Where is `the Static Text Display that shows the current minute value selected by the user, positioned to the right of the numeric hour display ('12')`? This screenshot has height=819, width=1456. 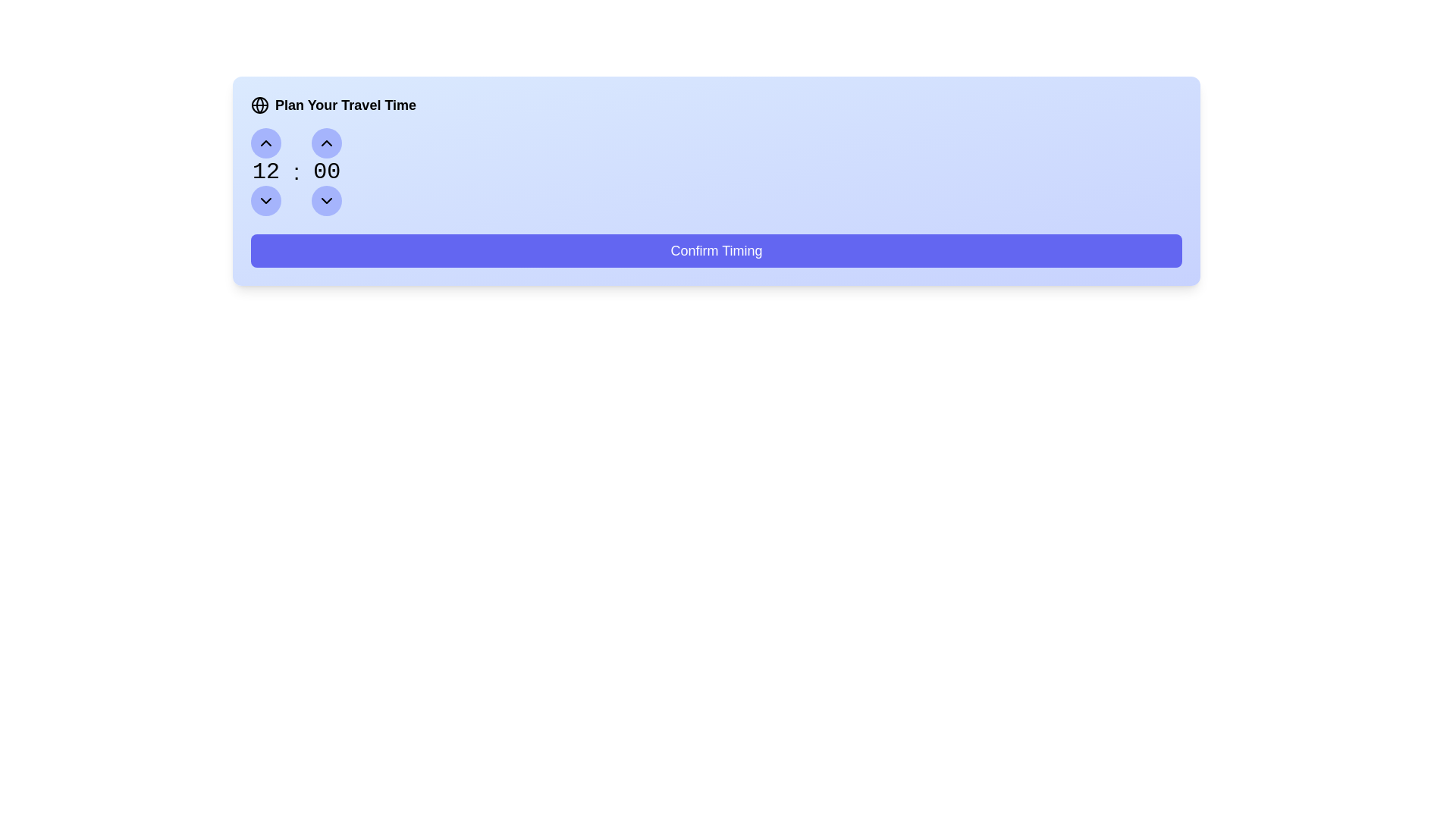
the Static Text Display that shows the current minute value selected by the user, positioned to the right of the numeric hour display ('12') is located at coordinates (326, 171).